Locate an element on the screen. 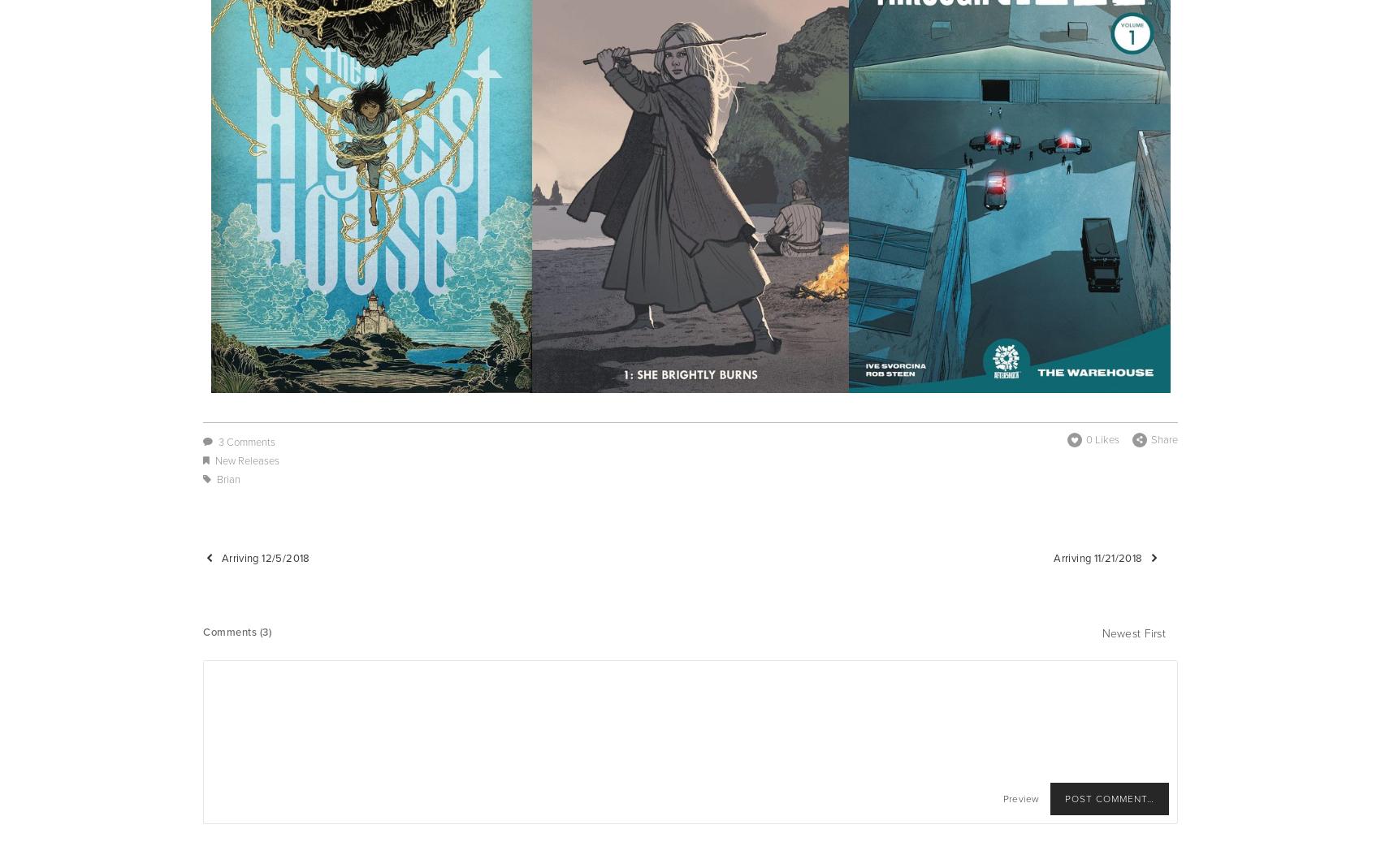 This screenshot has width=1381, height=868. 'New Releases' is located at coordinates (214, 460).